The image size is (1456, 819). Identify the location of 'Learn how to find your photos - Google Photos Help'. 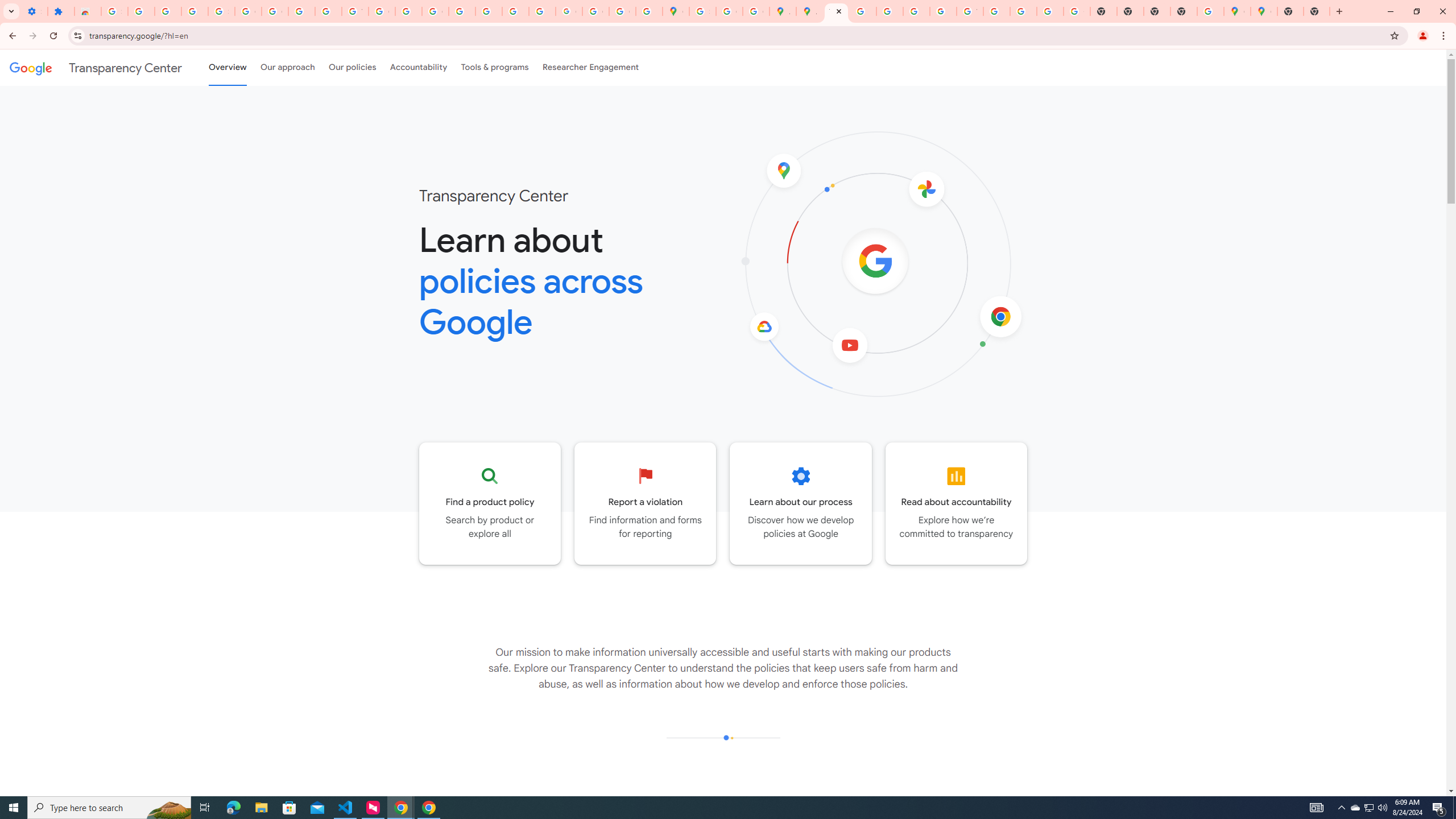
(167, 11).